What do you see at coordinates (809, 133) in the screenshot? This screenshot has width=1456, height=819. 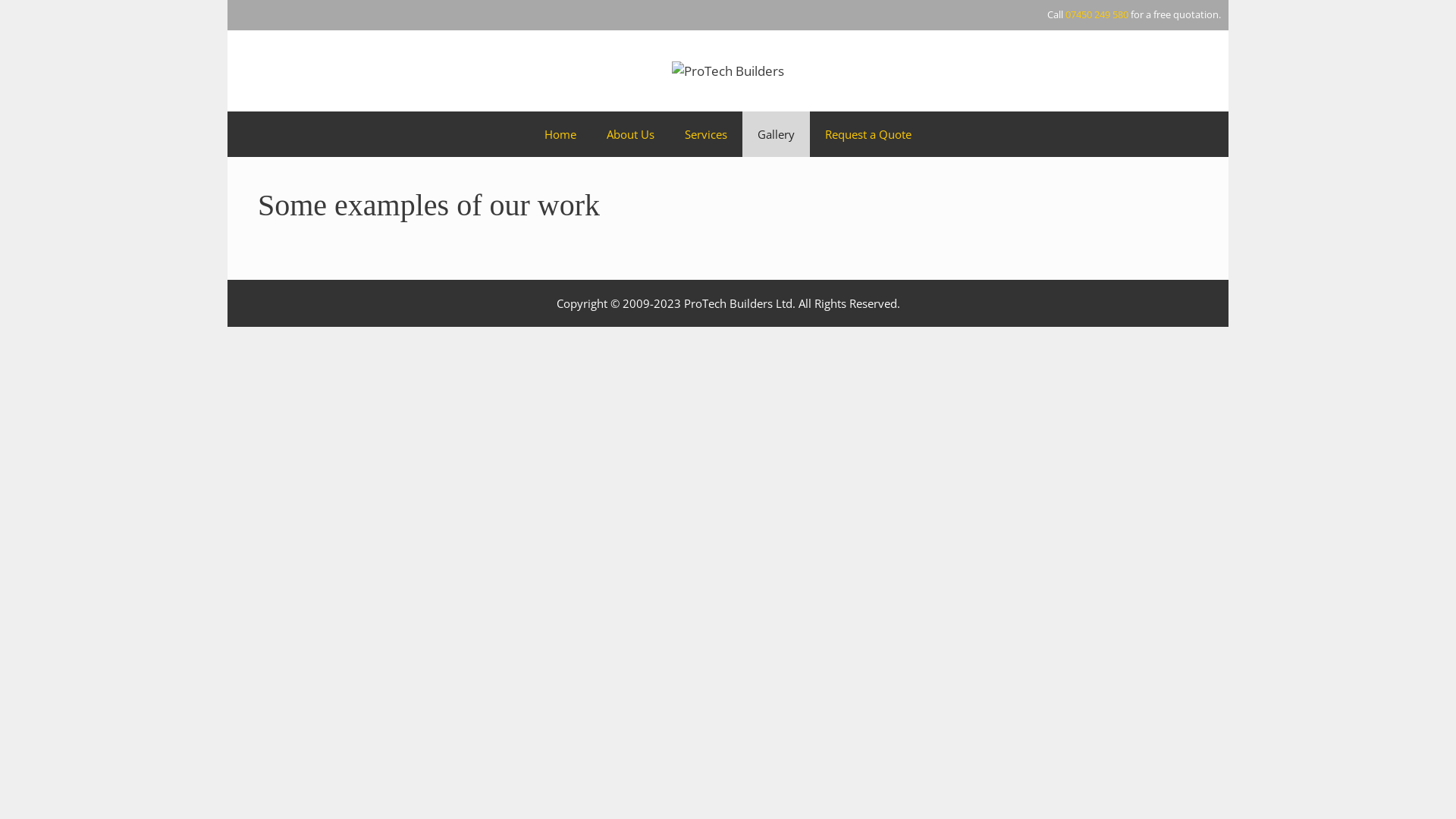 I see `'Request a Quote'` at bounding box center [809, 133].